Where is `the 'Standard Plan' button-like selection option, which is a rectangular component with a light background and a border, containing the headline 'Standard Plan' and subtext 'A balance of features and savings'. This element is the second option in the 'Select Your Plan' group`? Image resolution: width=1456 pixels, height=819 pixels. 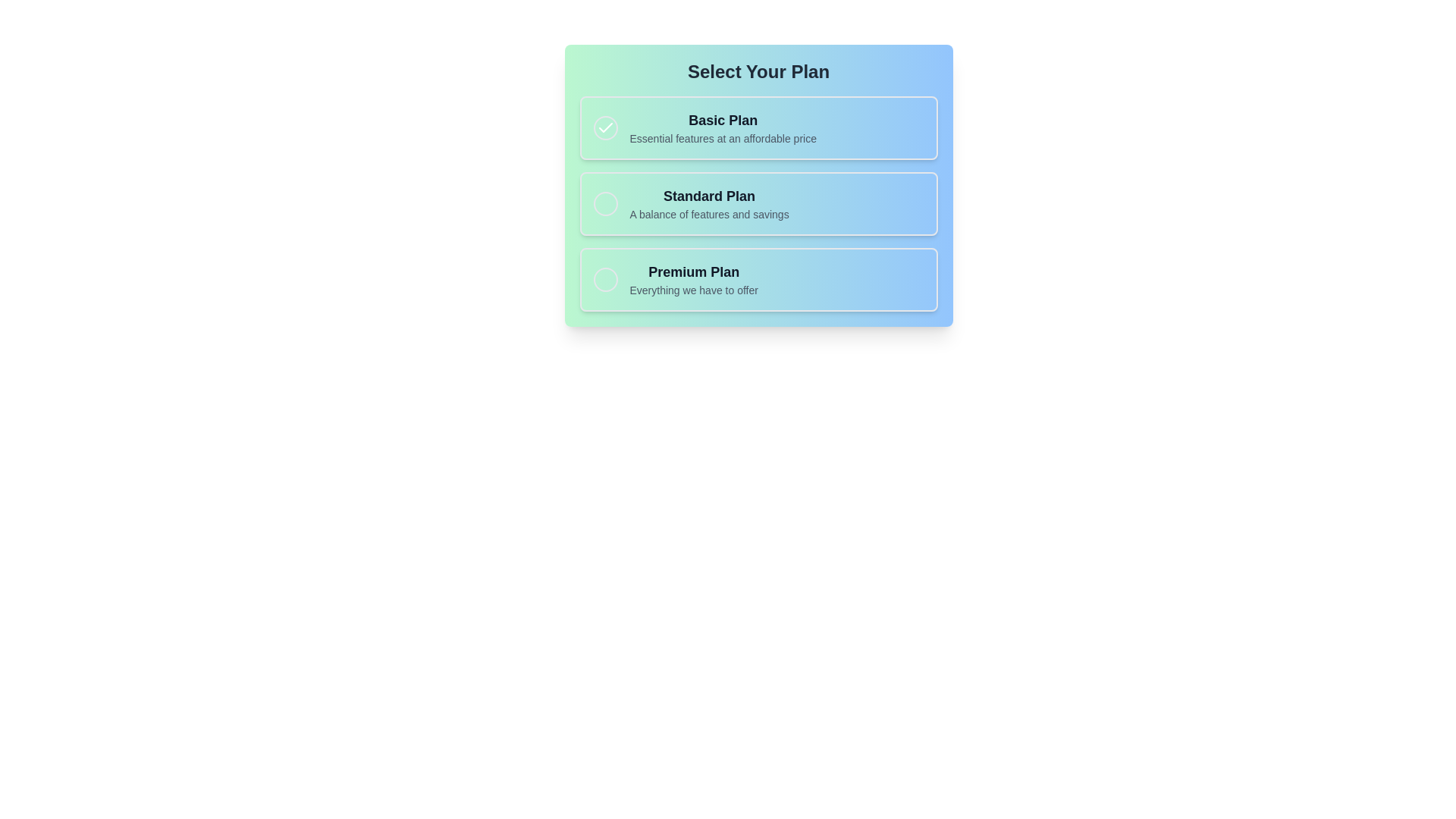 the 'Standard Plan' button-like selection option, which is a rectangular component with a light background and a border, containing the headline 'Standard Plan' and subtext 'A balance of features and savings'. This element is the second option in the 'Select Your Plan' group is located at coordinates (758, 203).